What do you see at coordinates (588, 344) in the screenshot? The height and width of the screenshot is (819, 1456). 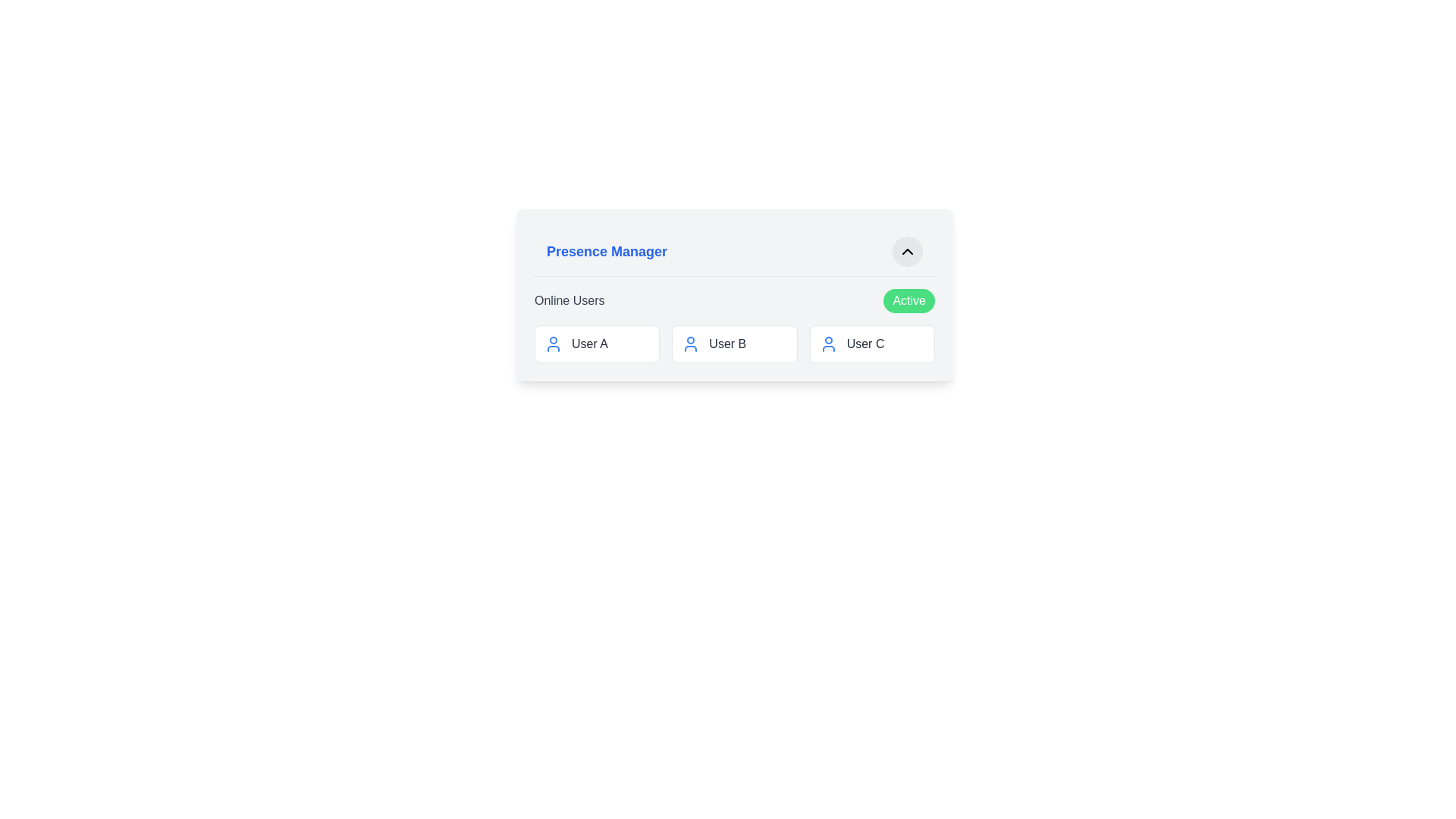 I see `text displayed in the 'User A' element, which is a medium gray-colored text within a user card, positioned to the right of a user profile SVG icon` at bounding box center [588, 344].